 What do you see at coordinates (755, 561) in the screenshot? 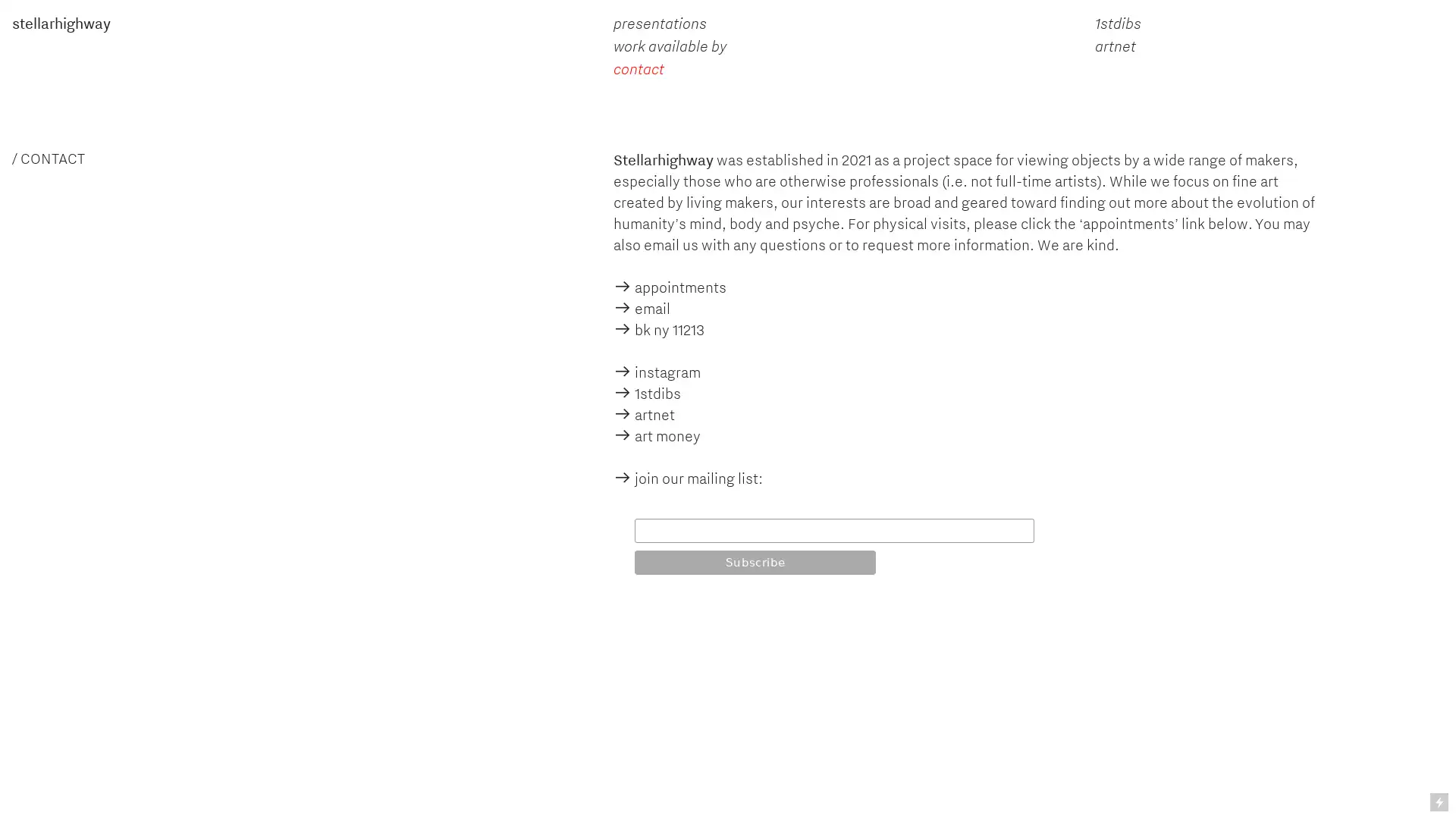
I see `Subscribe` at bounding box center [755, 561].